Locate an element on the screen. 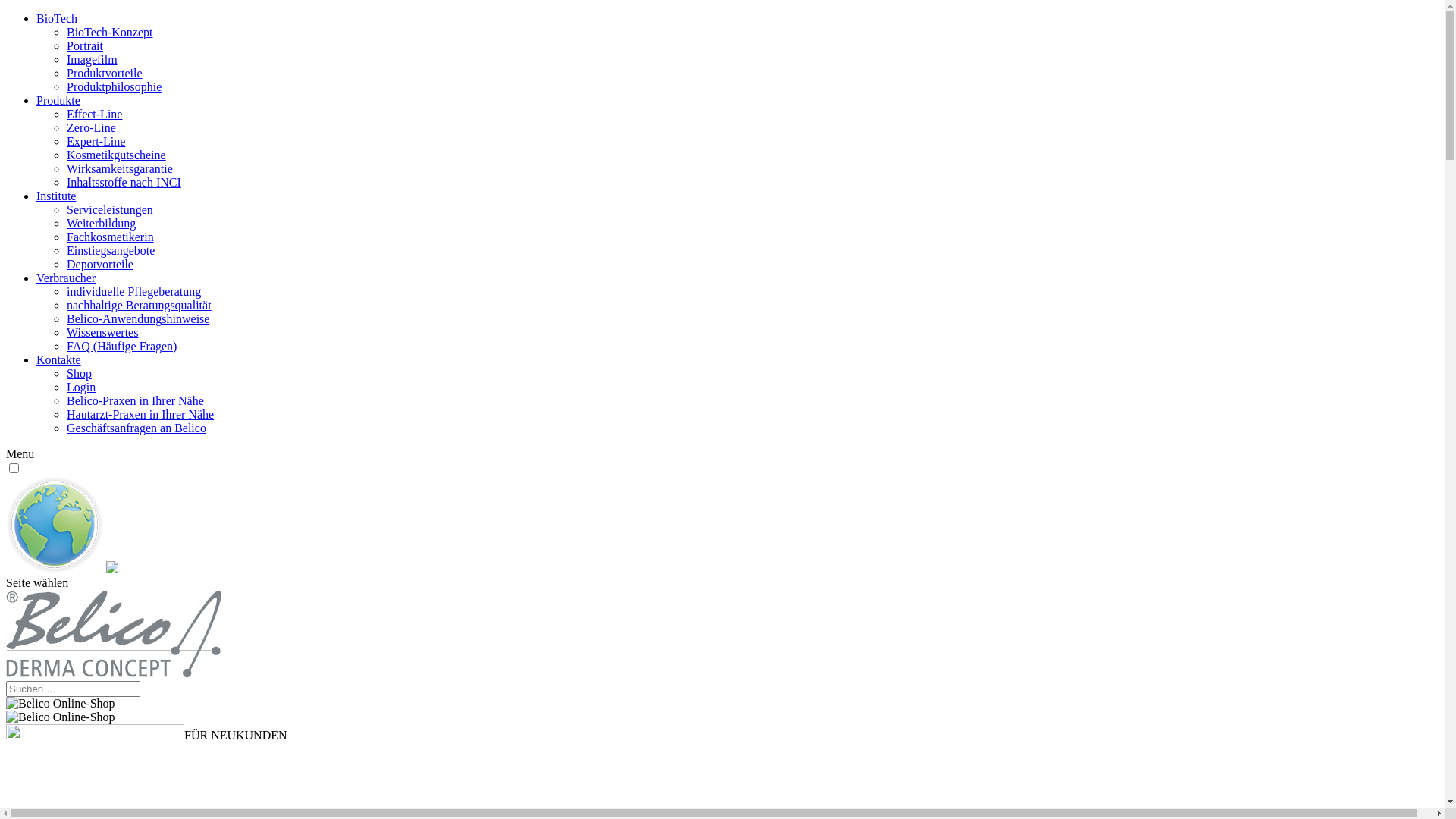 This screenshot has width=1456, height=819. 'Einstiegsangebote' is located at coordinates (109, 249).